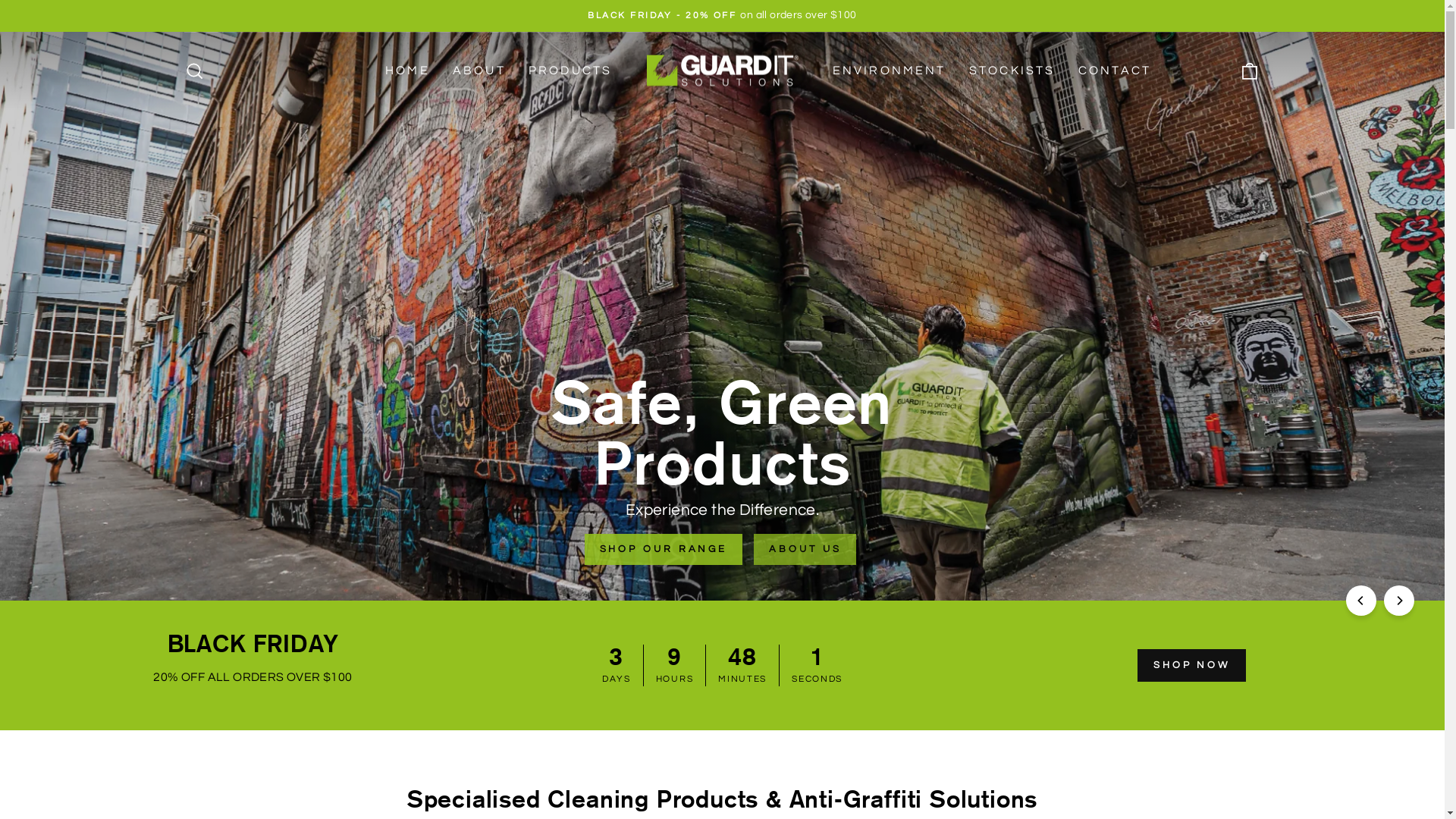  What do you see at coordinates (956, 71) in the screenshot?
I see `'STOCKISTS'` at bounding box center [956, 71].